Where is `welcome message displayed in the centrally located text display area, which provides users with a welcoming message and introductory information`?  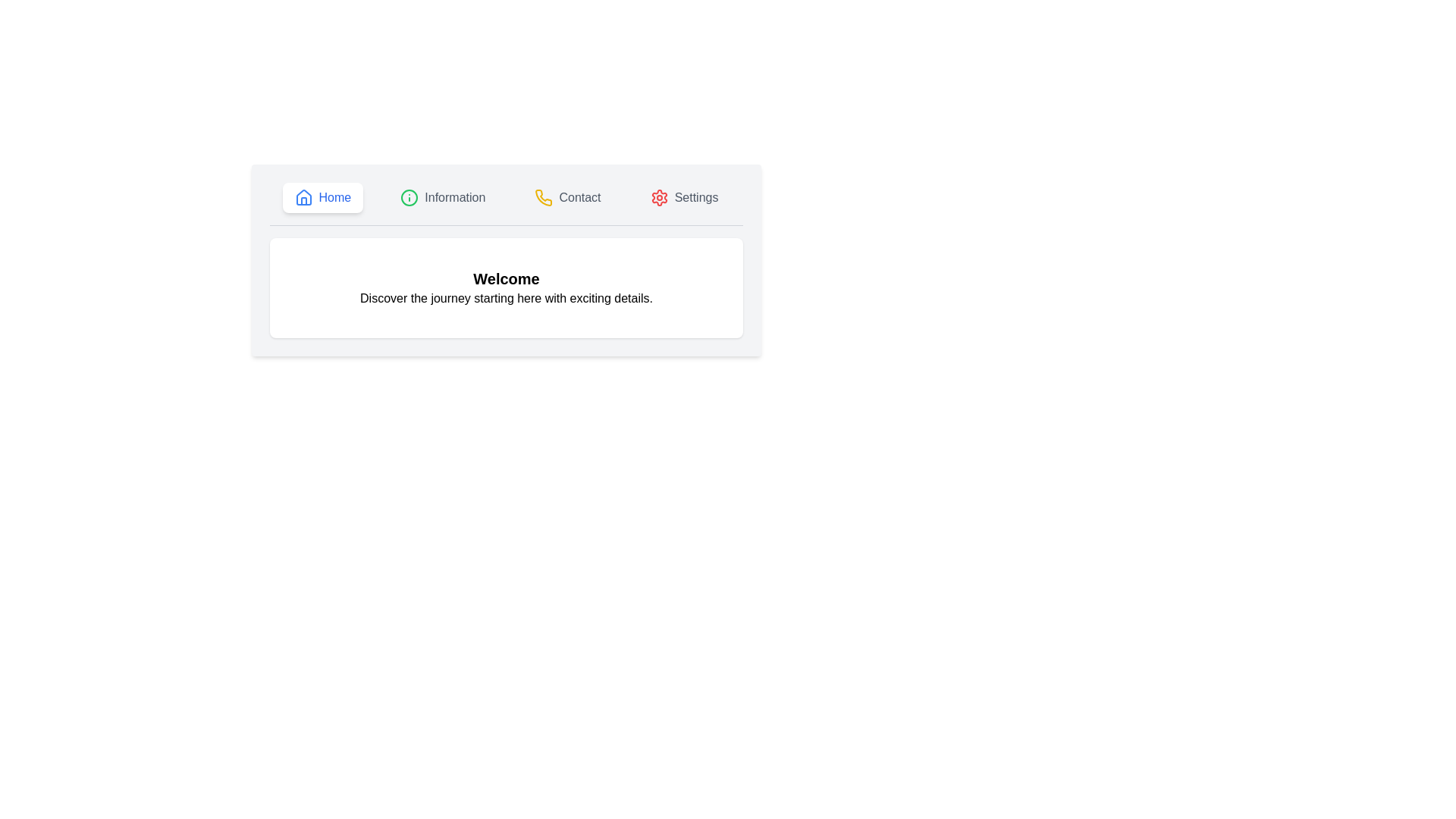
welcome message displayed in the centrally located text display area, which provides users with a welcoming message and introductory information is located at coordinates (506, 288).